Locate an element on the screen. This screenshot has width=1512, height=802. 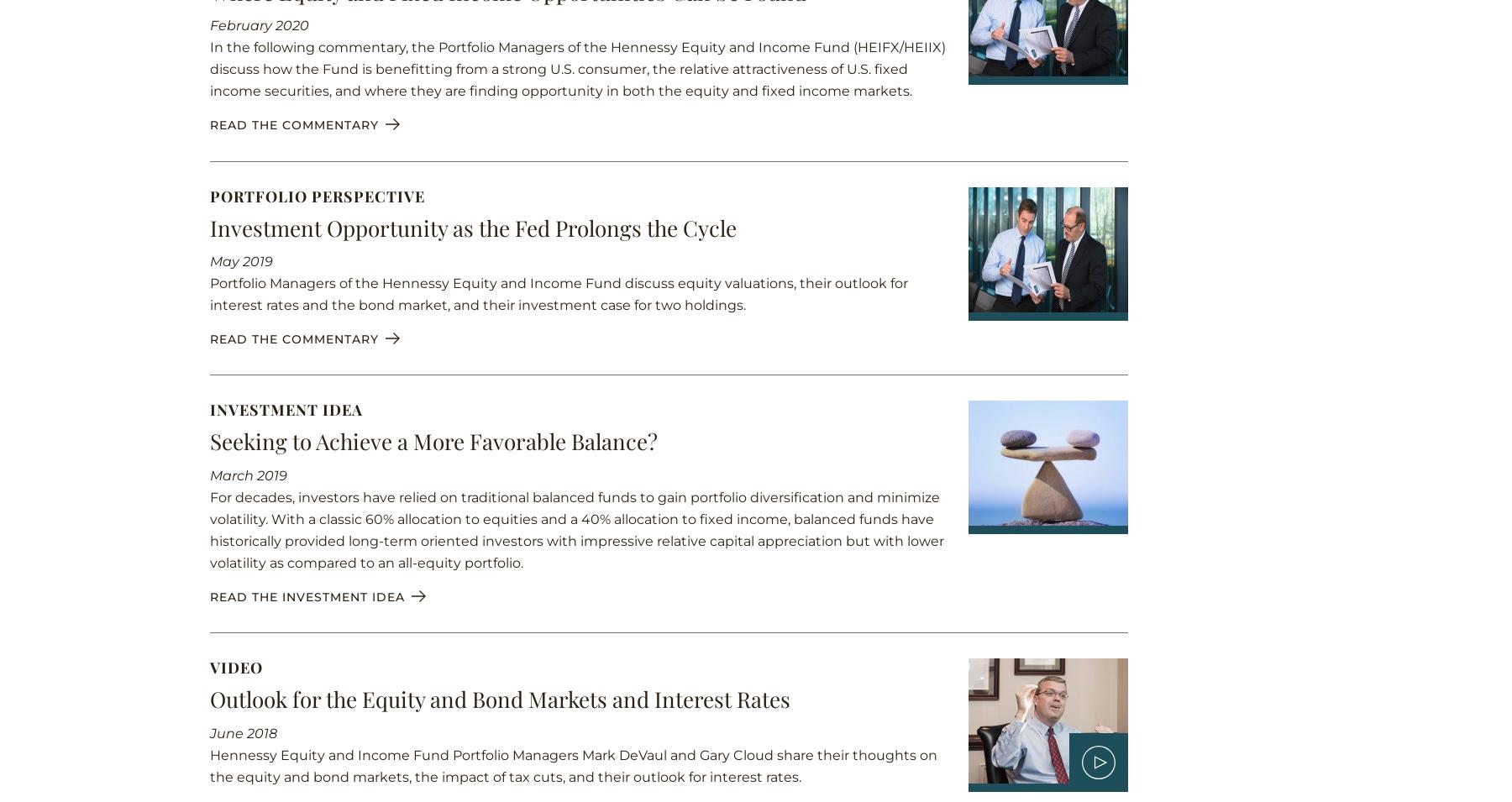
'In the following commentary, the Portfolio Managers of the Hennessy Equity and Income Fund (HEIFX/HEIIX) discuss how the Fund is benefitting from a strong U.S. consumer, the relative attractiveness of U.S. fixed income securities, and where they are finding opportunity in both the equity and fixed income markets.' is located at coordinates (576, 68).